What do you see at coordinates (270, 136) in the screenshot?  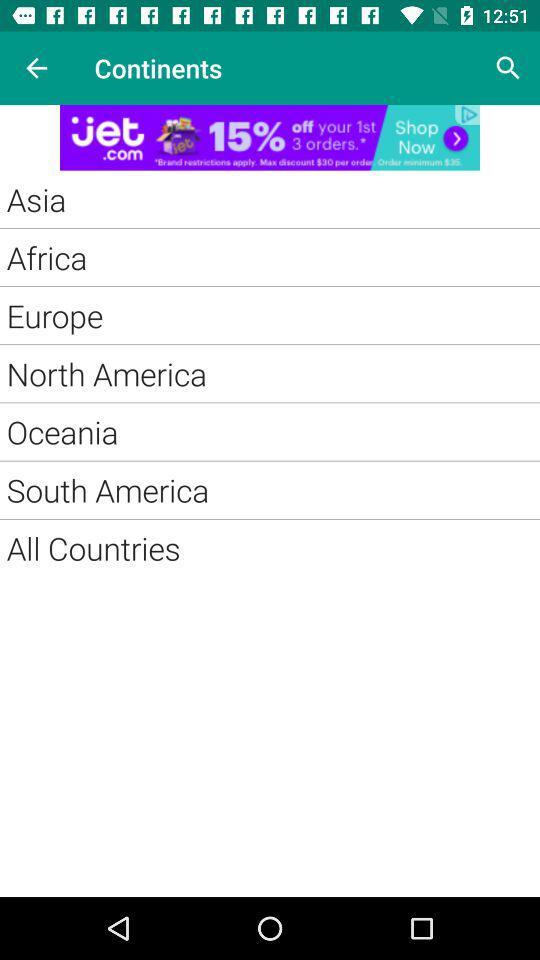 I see `advertisements button` at bounding box center [270, 136].